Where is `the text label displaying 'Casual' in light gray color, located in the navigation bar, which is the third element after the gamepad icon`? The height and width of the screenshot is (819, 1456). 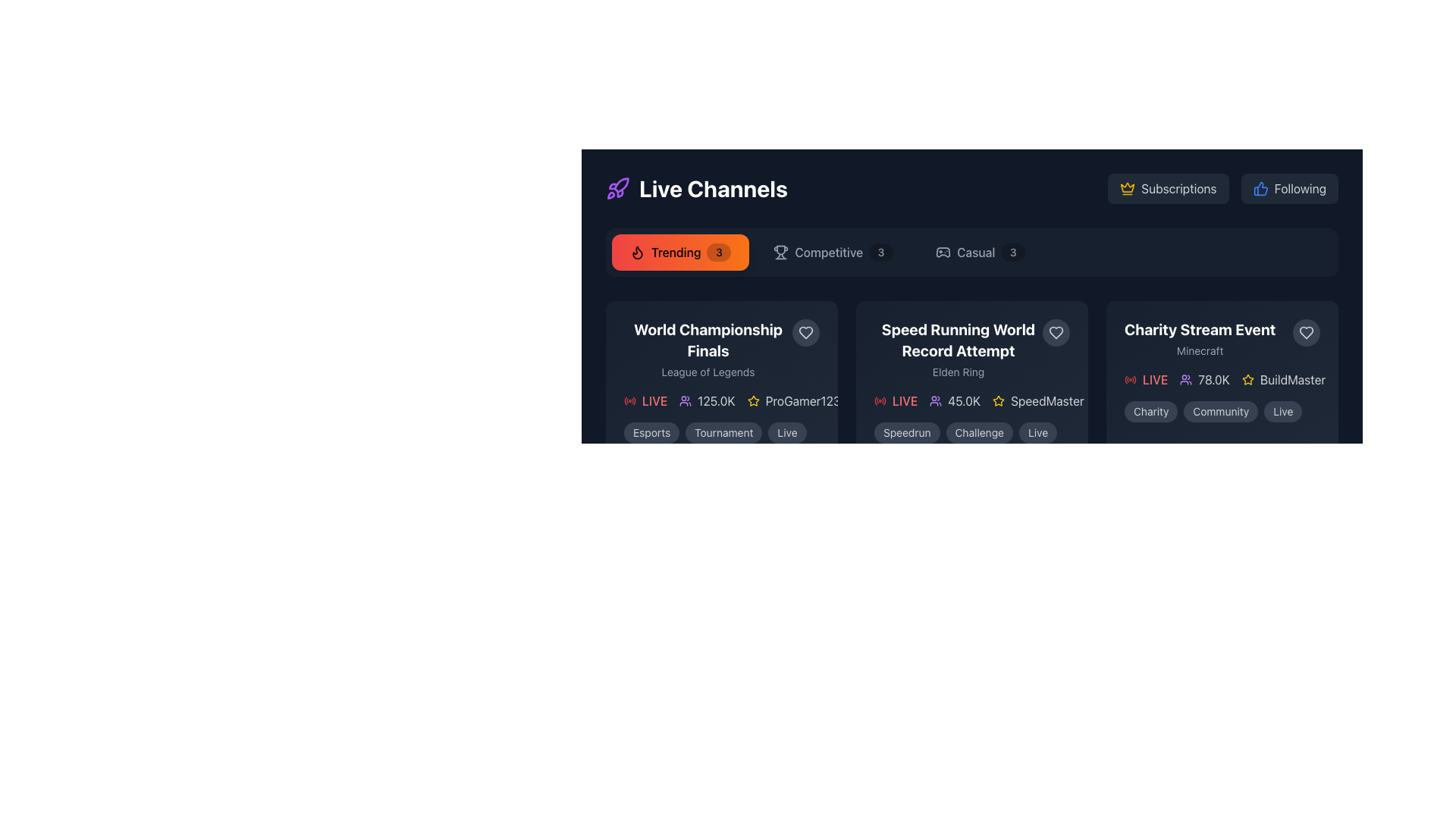
the text label displaying 'Casual' in light gray color, located in the navigation bar, which is the third element after the gamepad icon is located at coordinates (976, 251).